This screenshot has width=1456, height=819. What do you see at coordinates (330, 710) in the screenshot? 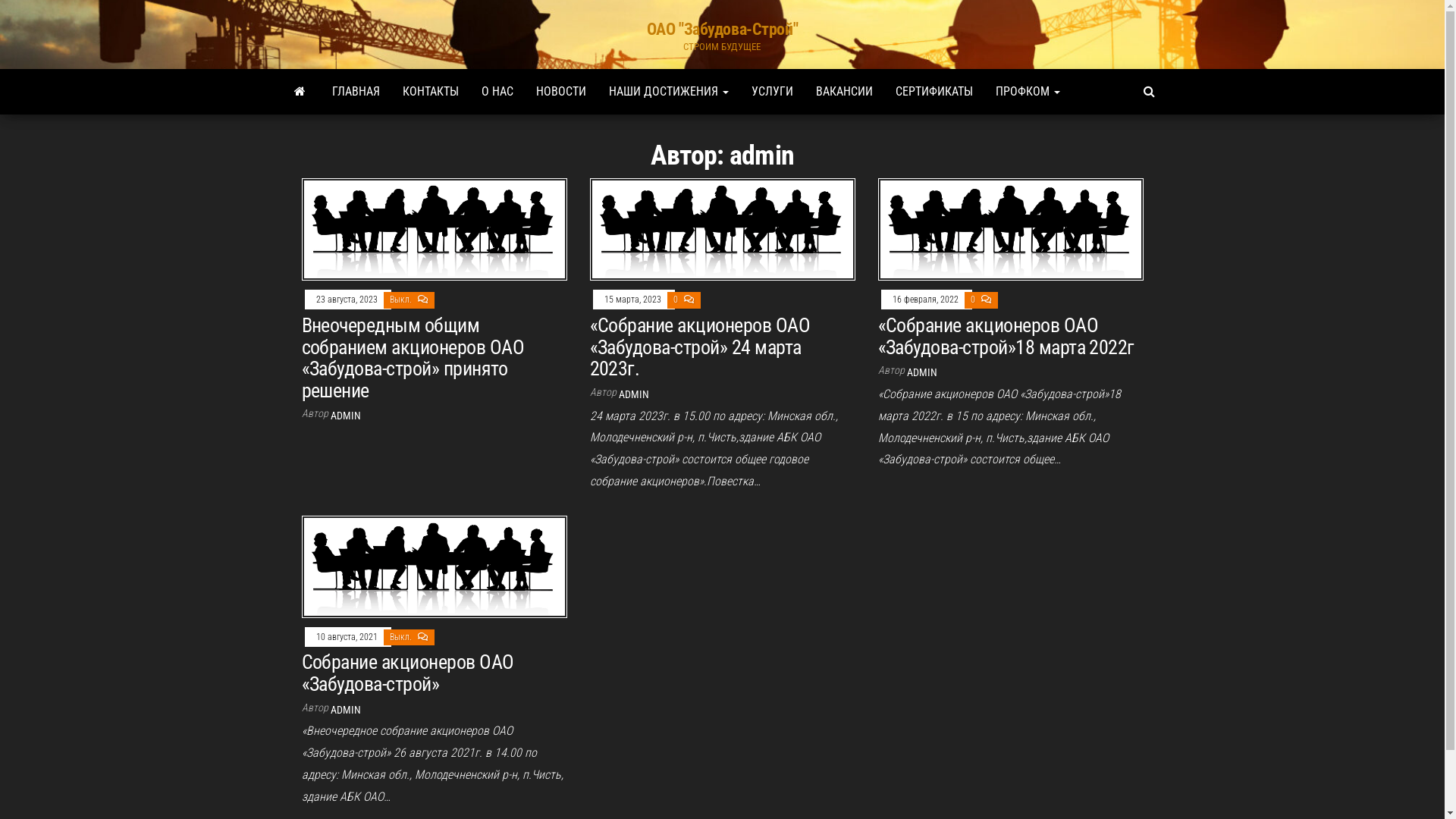
I see `'ADMIN'` at bounding box center [330, 710].